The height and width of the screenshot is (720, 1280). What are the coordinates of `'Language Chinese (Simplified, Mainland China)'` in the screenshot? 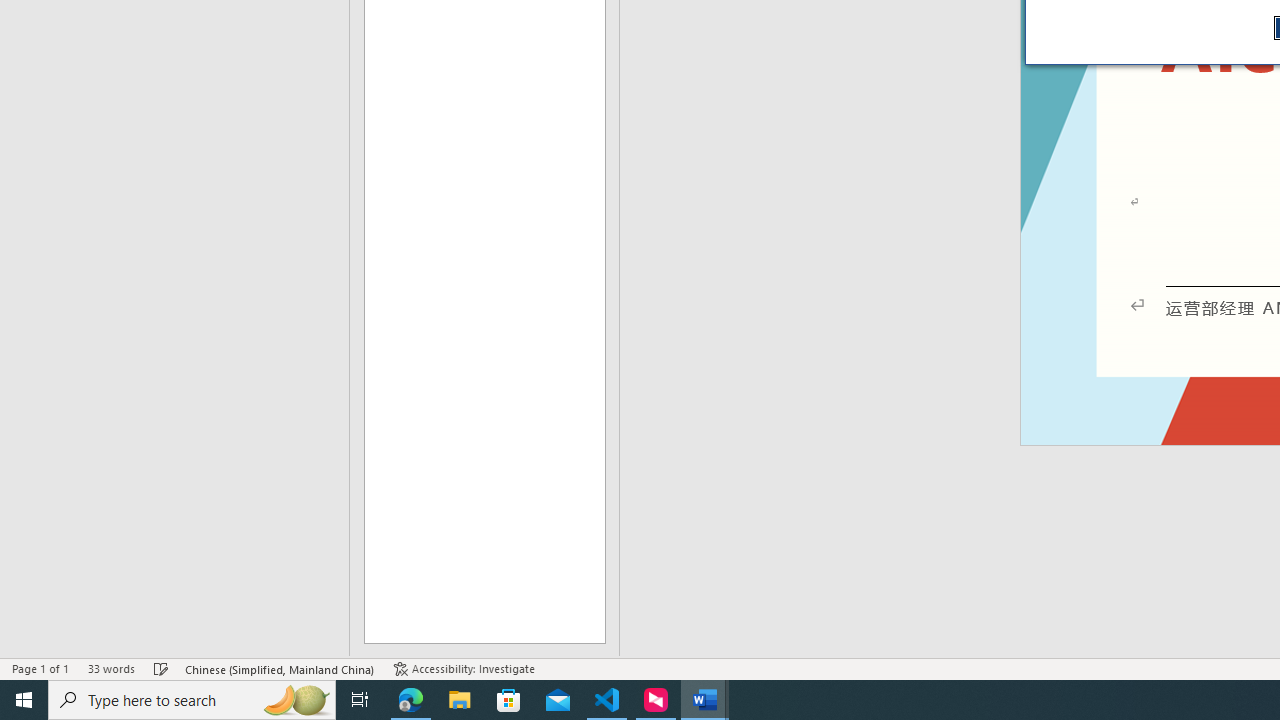 It's located at (279, 669).